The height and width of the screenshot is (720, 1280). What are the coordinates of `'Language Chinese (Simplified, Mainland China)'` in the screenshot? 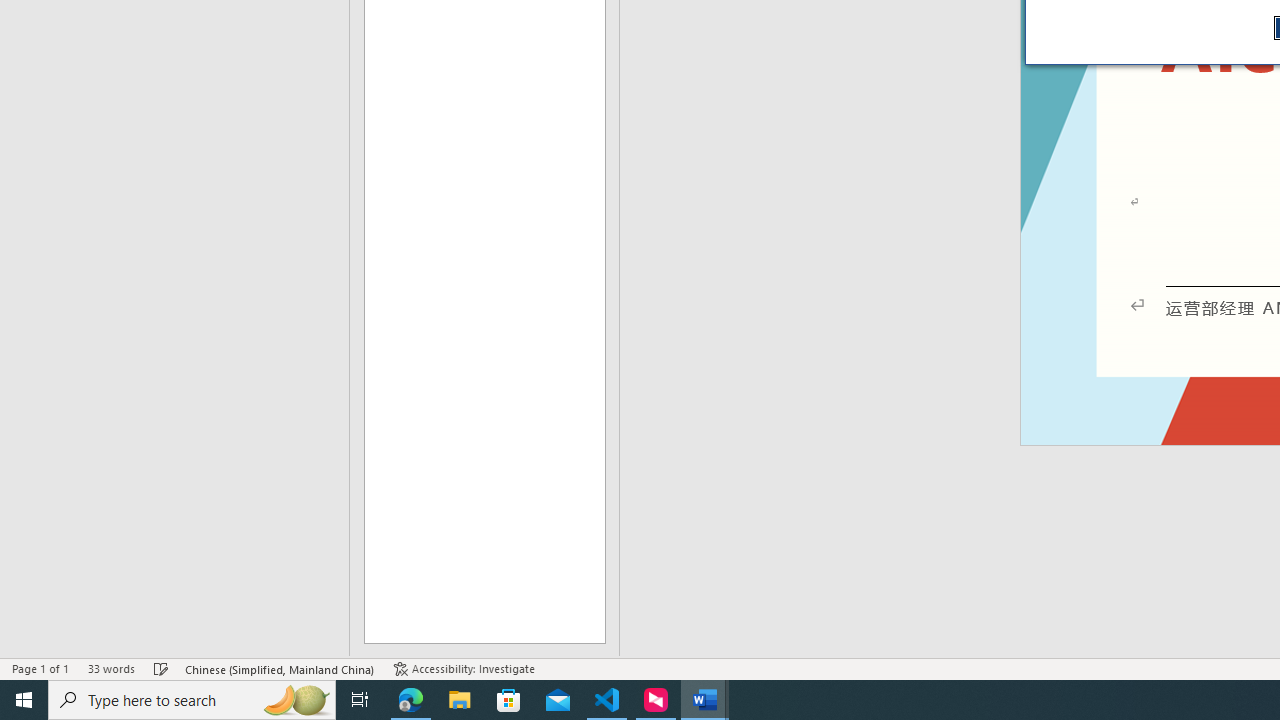 It's located at (279, 669).